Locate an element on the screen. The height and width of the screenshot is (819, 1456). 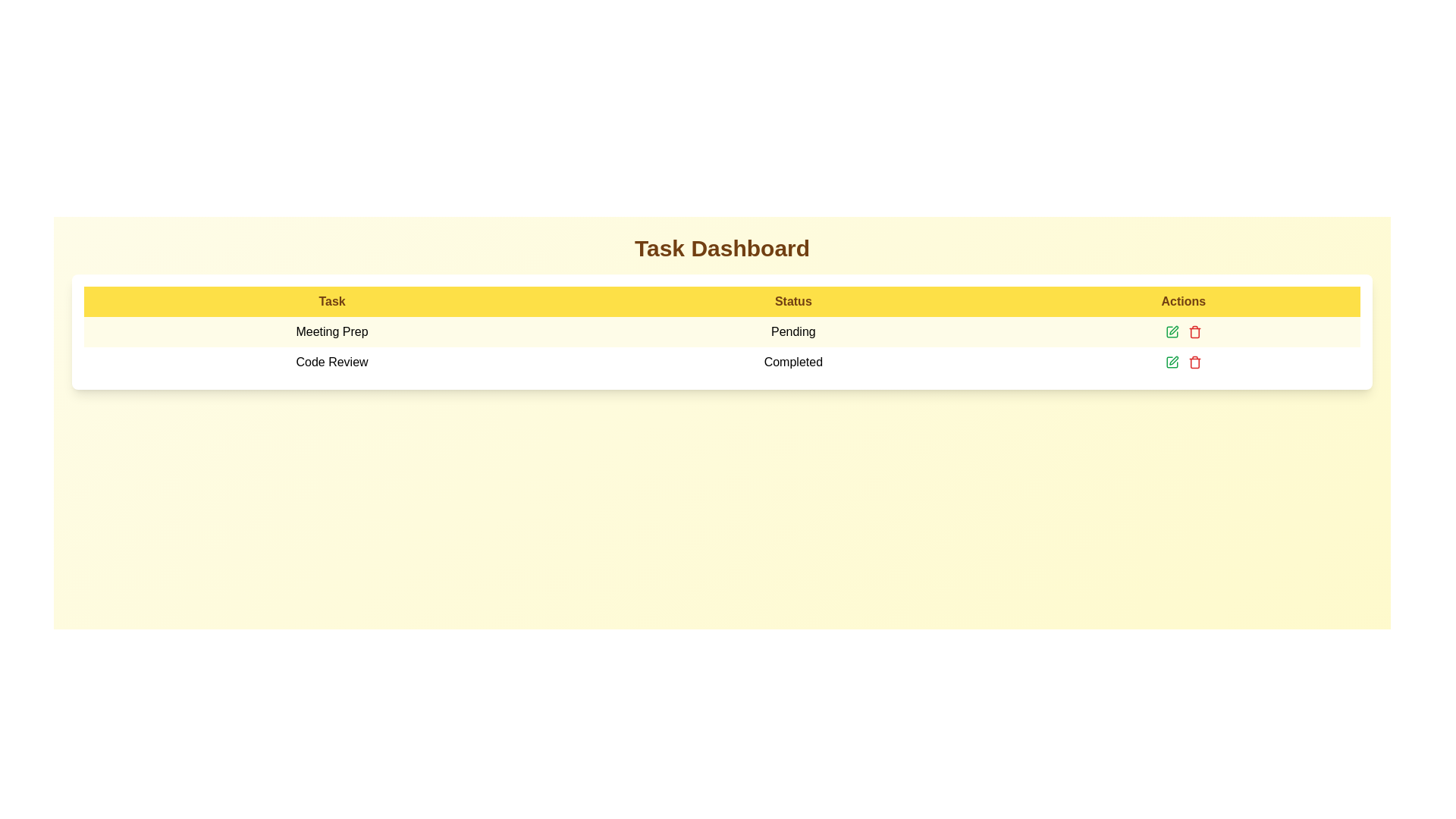
the delete button located in the second row under the 'Actions' column of the table is located at coordinates (1194, 362).